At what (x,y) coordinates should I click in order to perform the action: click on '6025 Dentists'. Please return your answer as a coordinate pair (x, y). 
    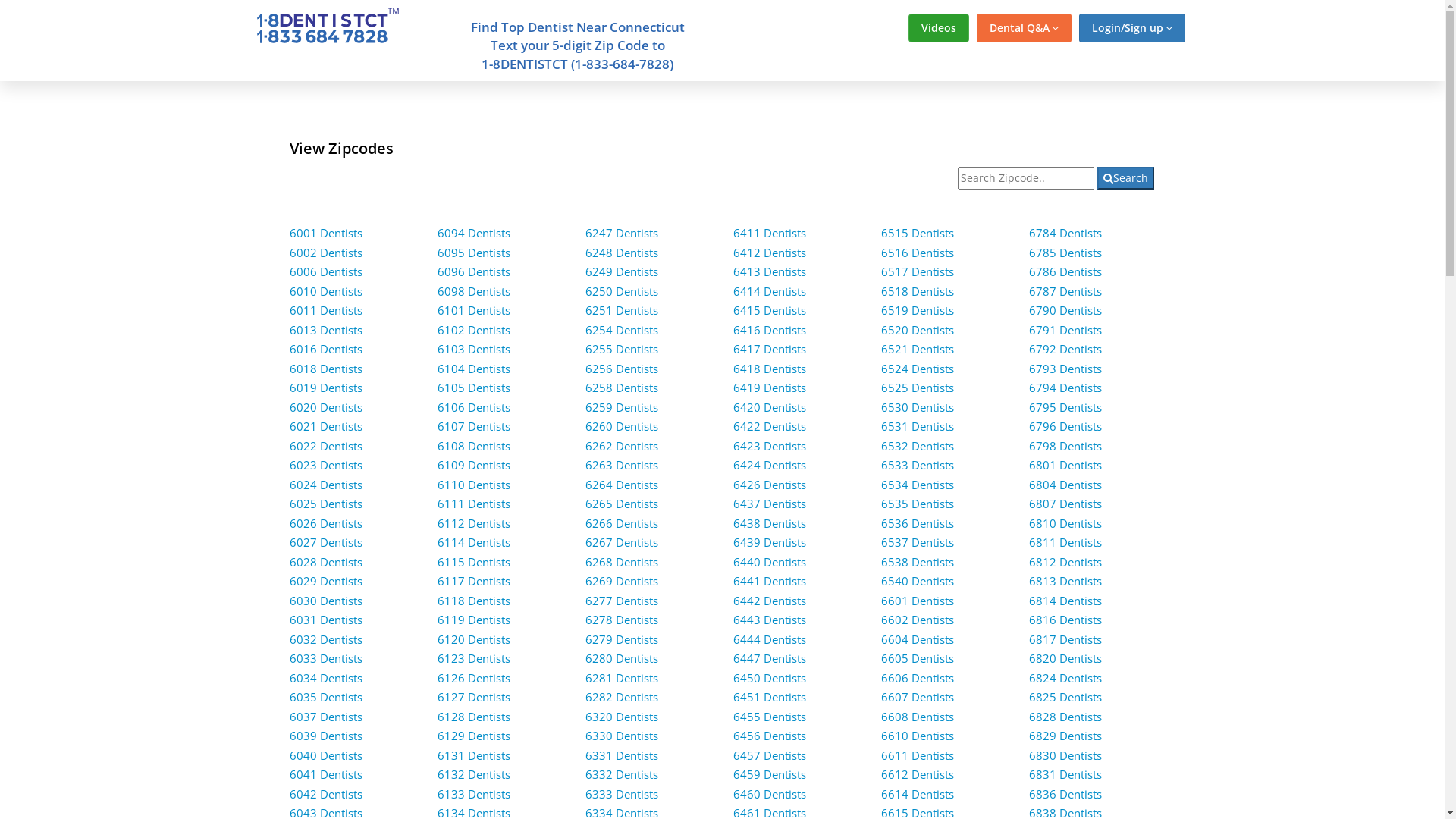
    Looking at the image, I should click on (325, 503).